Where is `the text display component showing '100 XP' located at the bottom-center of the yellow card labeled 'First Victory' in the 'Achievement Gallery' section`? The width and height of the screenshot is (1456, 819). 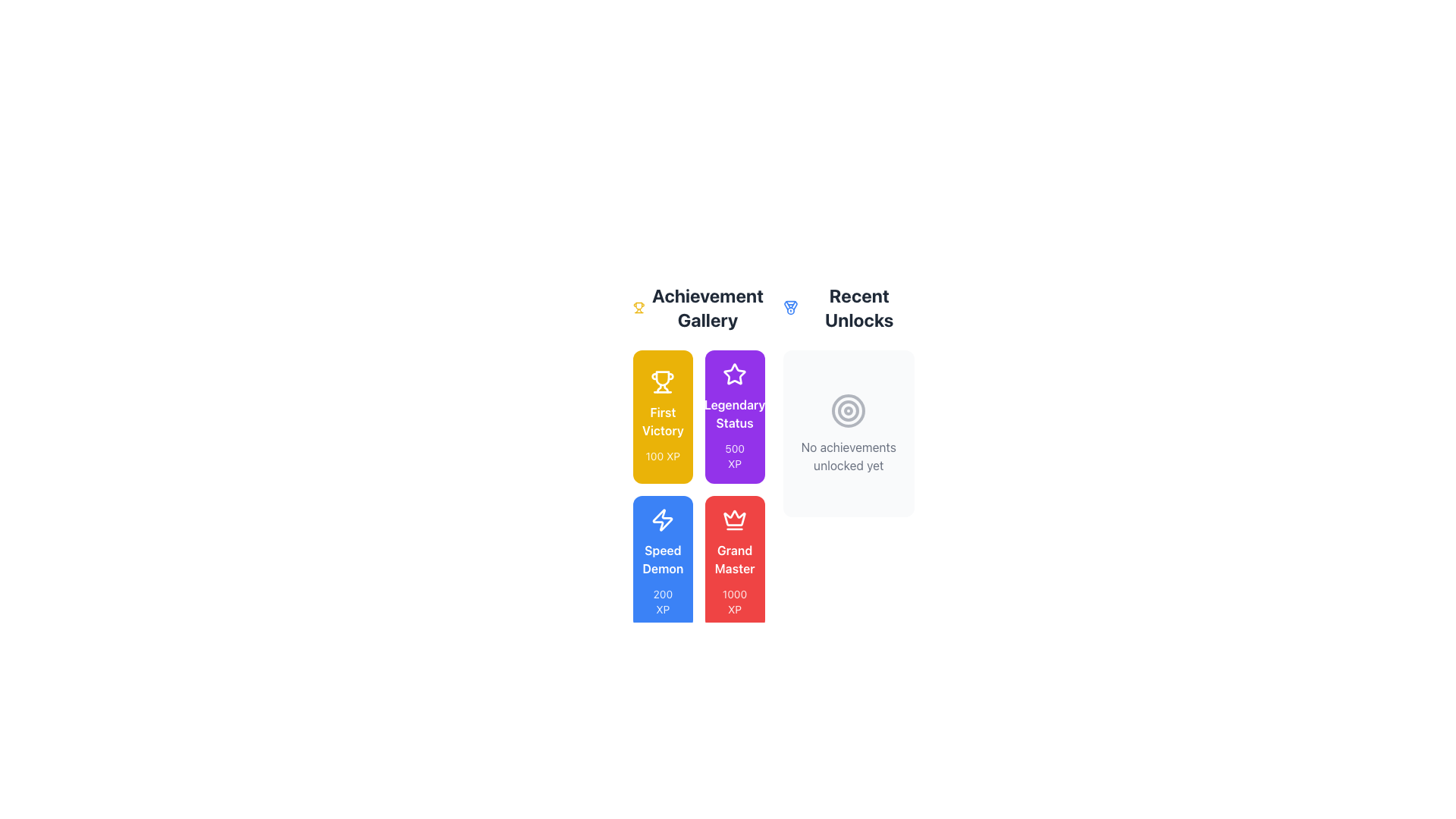
the text display component showing '100 XP' located at the bottom-center of the yellow card labeled 'First Victory' in the 'Achievement Gallery' section is located at coordinates (663, 455).